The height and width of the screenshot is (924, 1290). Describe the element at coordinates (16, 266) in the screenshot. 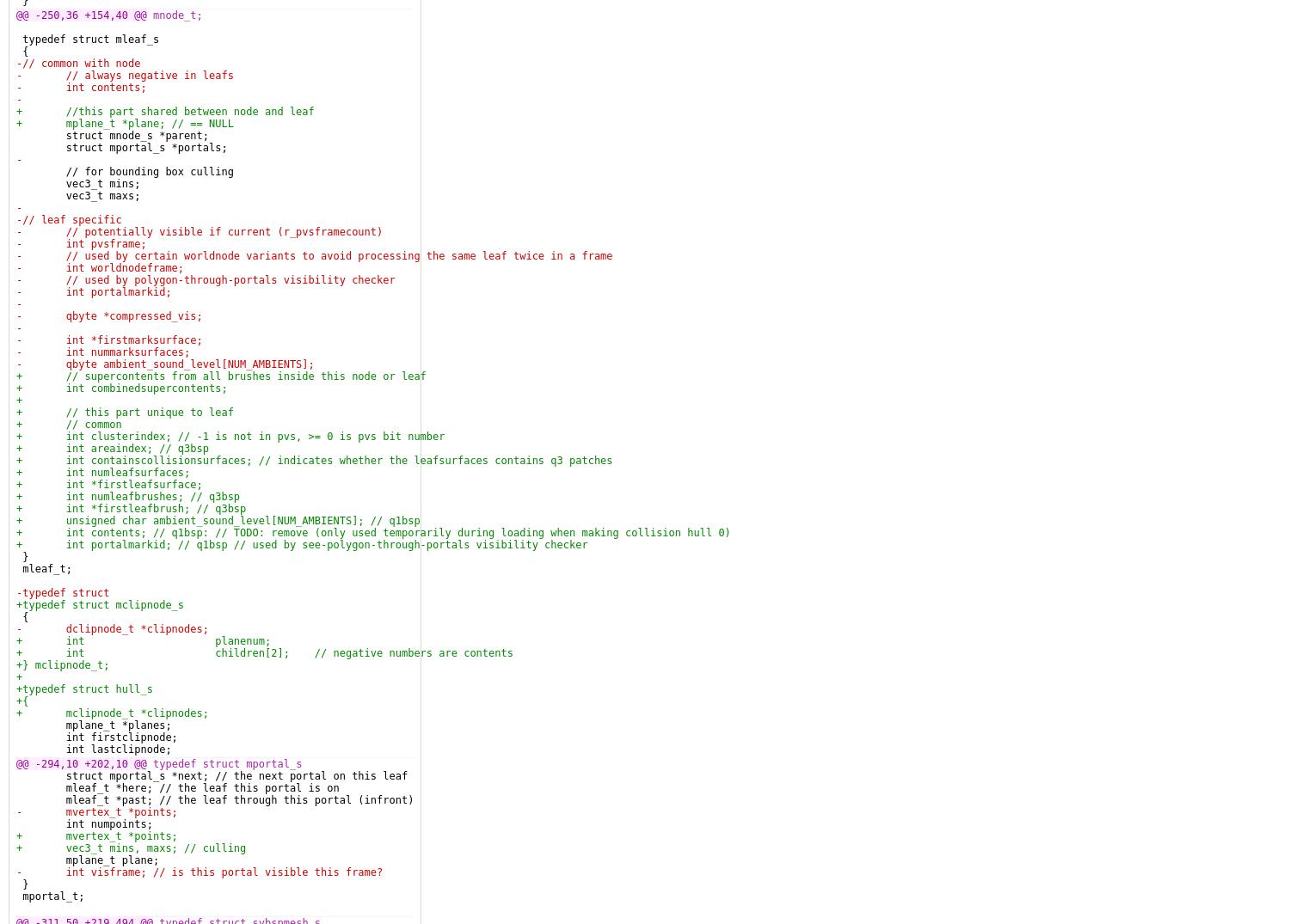

I see `'-       int worldnodeframe;'` at that location.